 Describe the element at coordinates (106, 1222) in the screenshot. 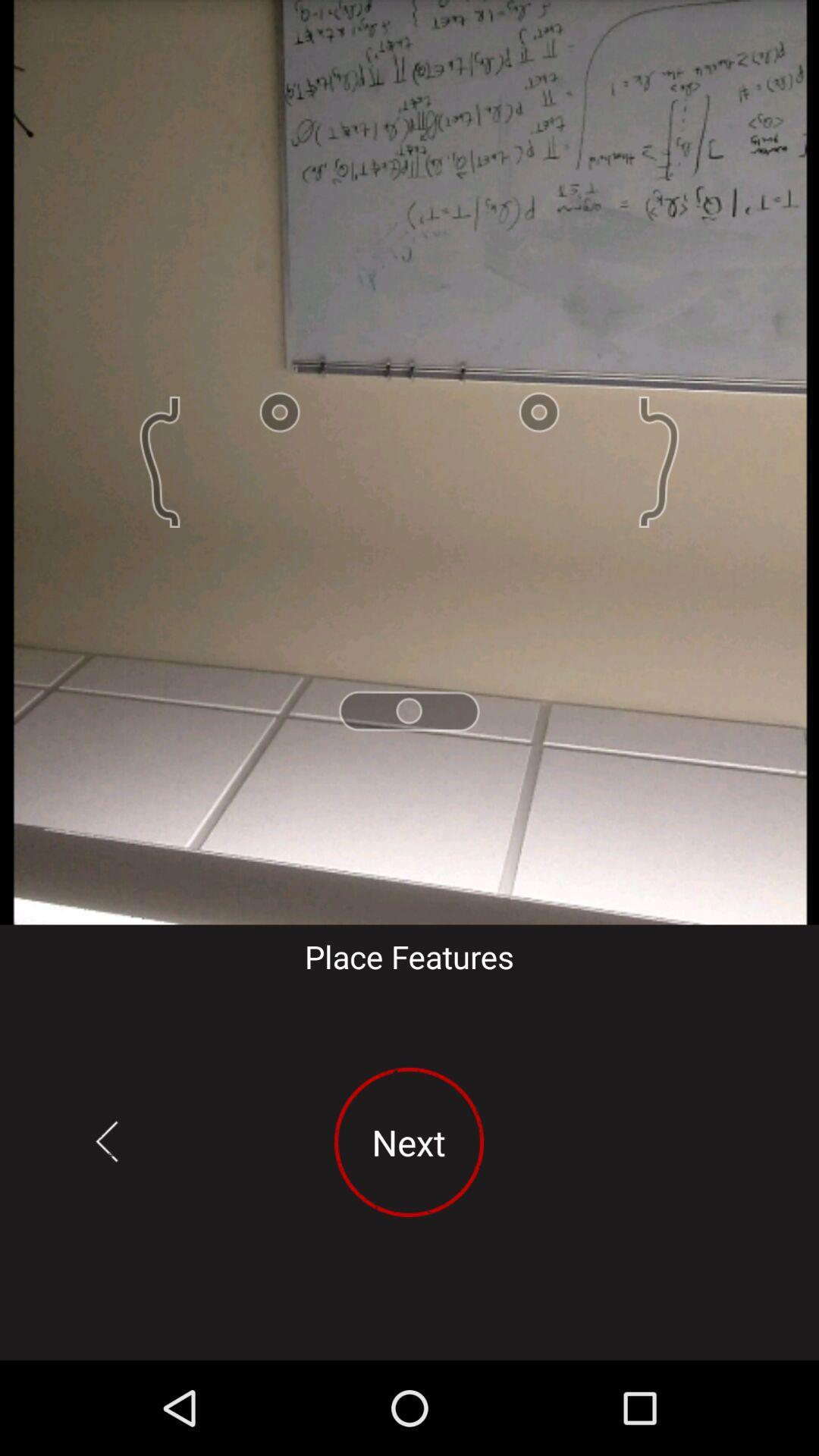

I see `the arrow_backward icon` at that location.